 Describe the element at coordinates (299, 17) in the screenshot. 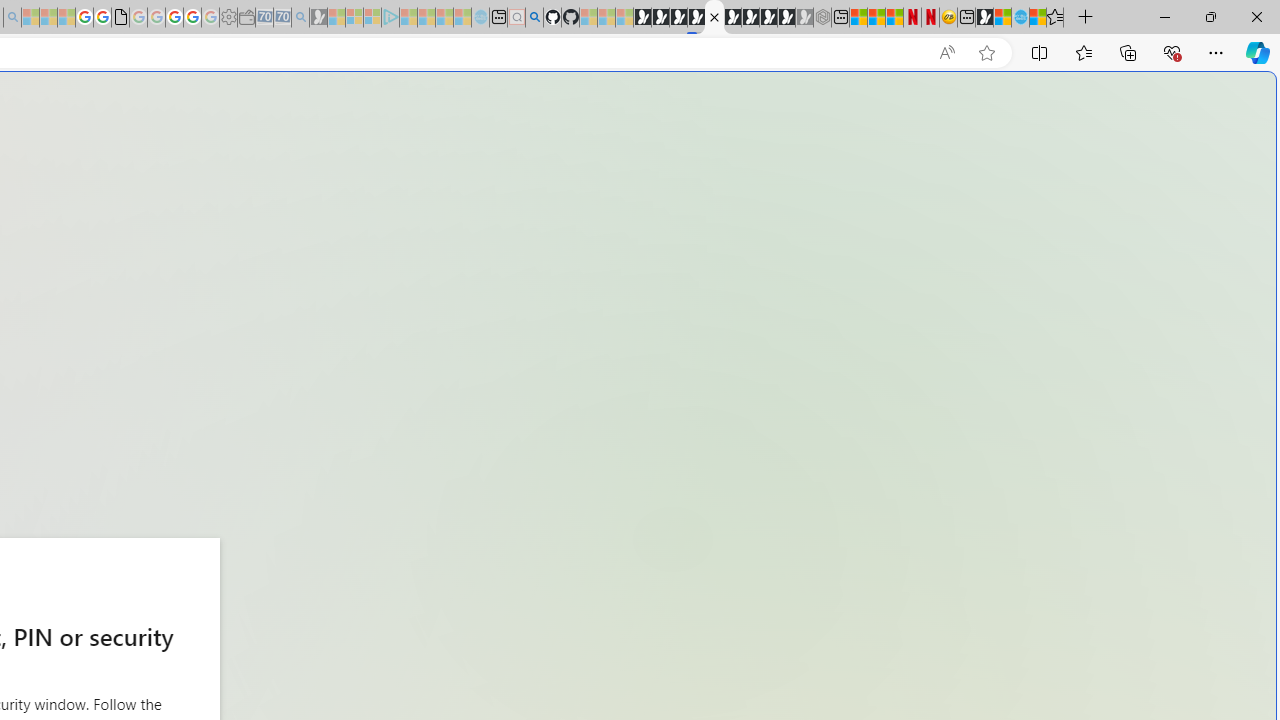

I see `'Bing Real Estate - Home sales and rental listings - Sleeping'` at that location.